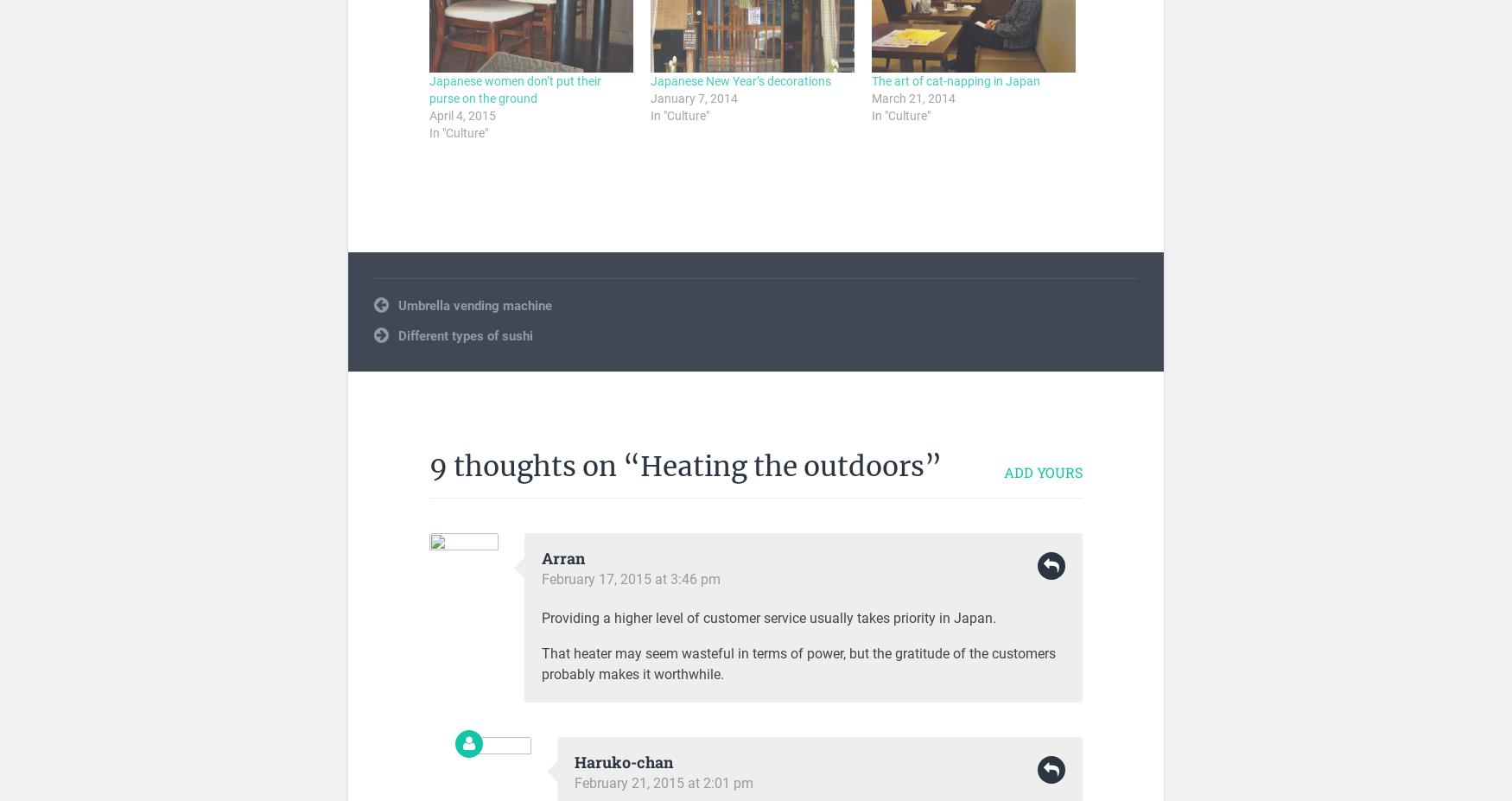 The width and height of the screenshot is (1512, 801). Describe the element at coordinates (1042, 471) in the screenshot. I see `'Add yours'` at that location.